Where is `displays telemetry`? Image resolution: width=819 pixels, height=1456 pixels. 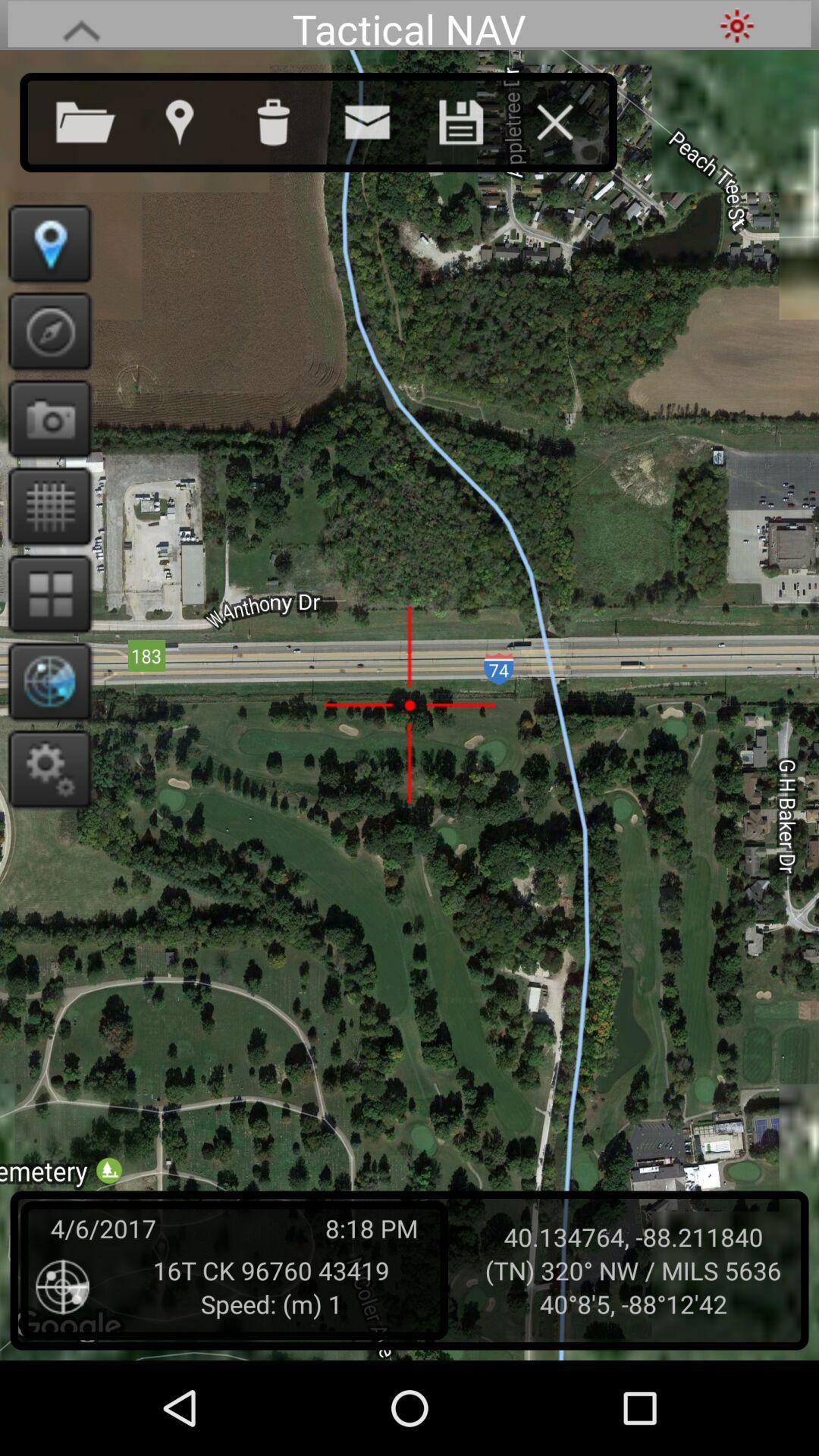 displays telemetry is located at coordinates (44, 680).